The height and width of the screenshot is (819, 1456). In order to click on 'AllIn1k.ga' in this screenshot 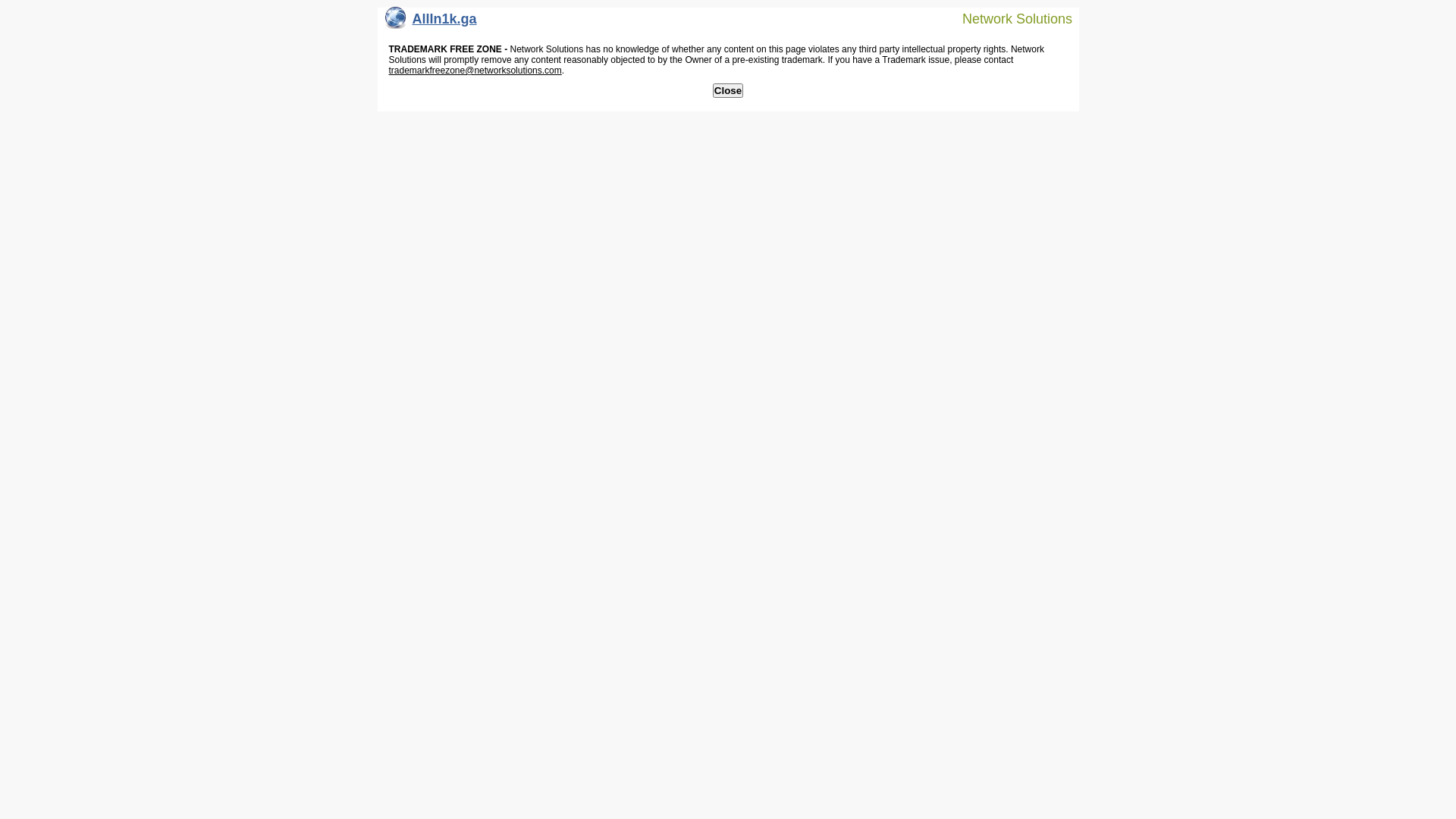, I will do `click(430, 22)`.